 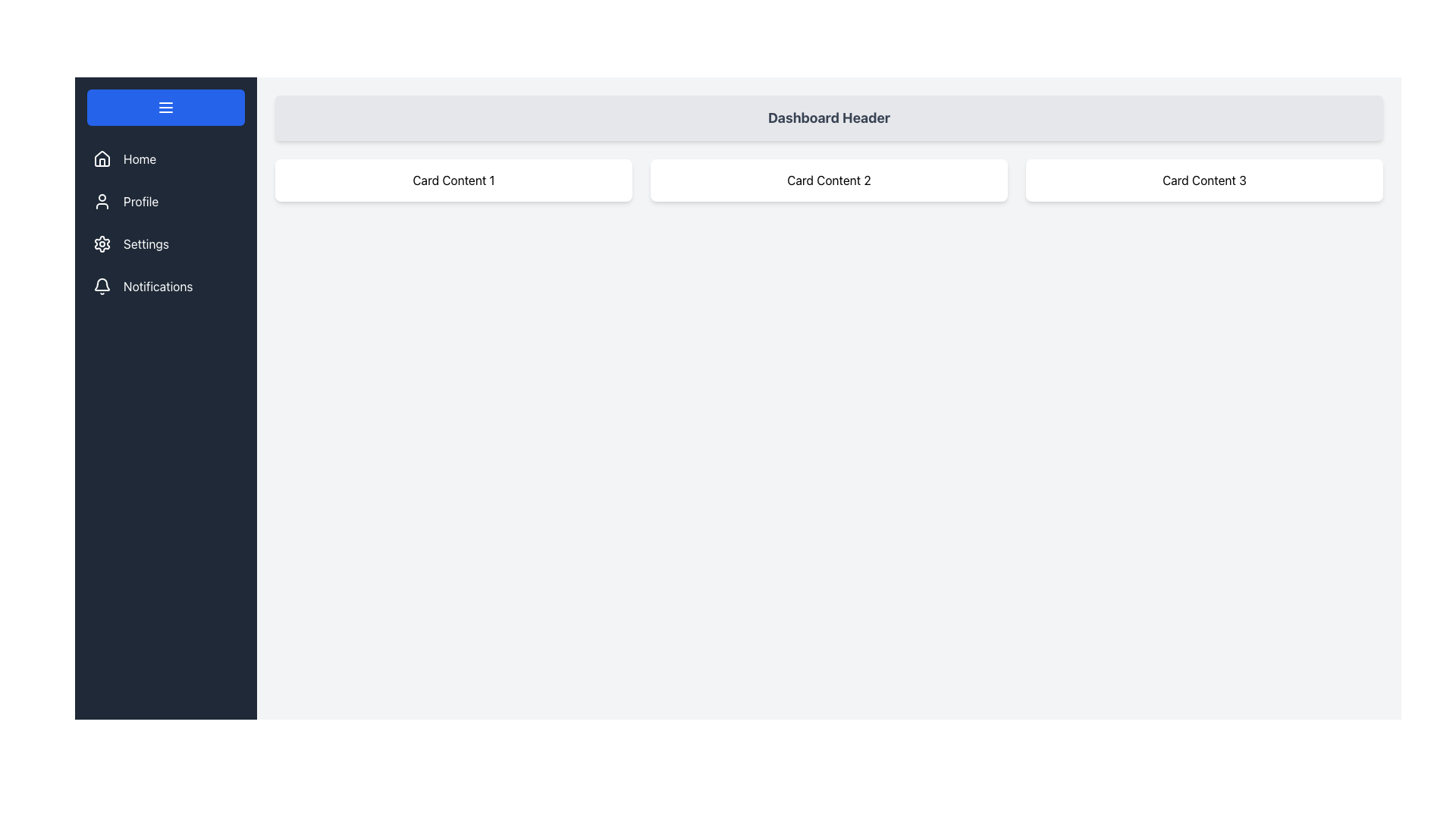 What do you see at coordinates (166, 201) in the screenshot?
I see `the 'Profile' menu item, which is the second item in the vertical navigation panel, positioned below 'Home' and above 'Settings'` at bounding box center [166, 201].